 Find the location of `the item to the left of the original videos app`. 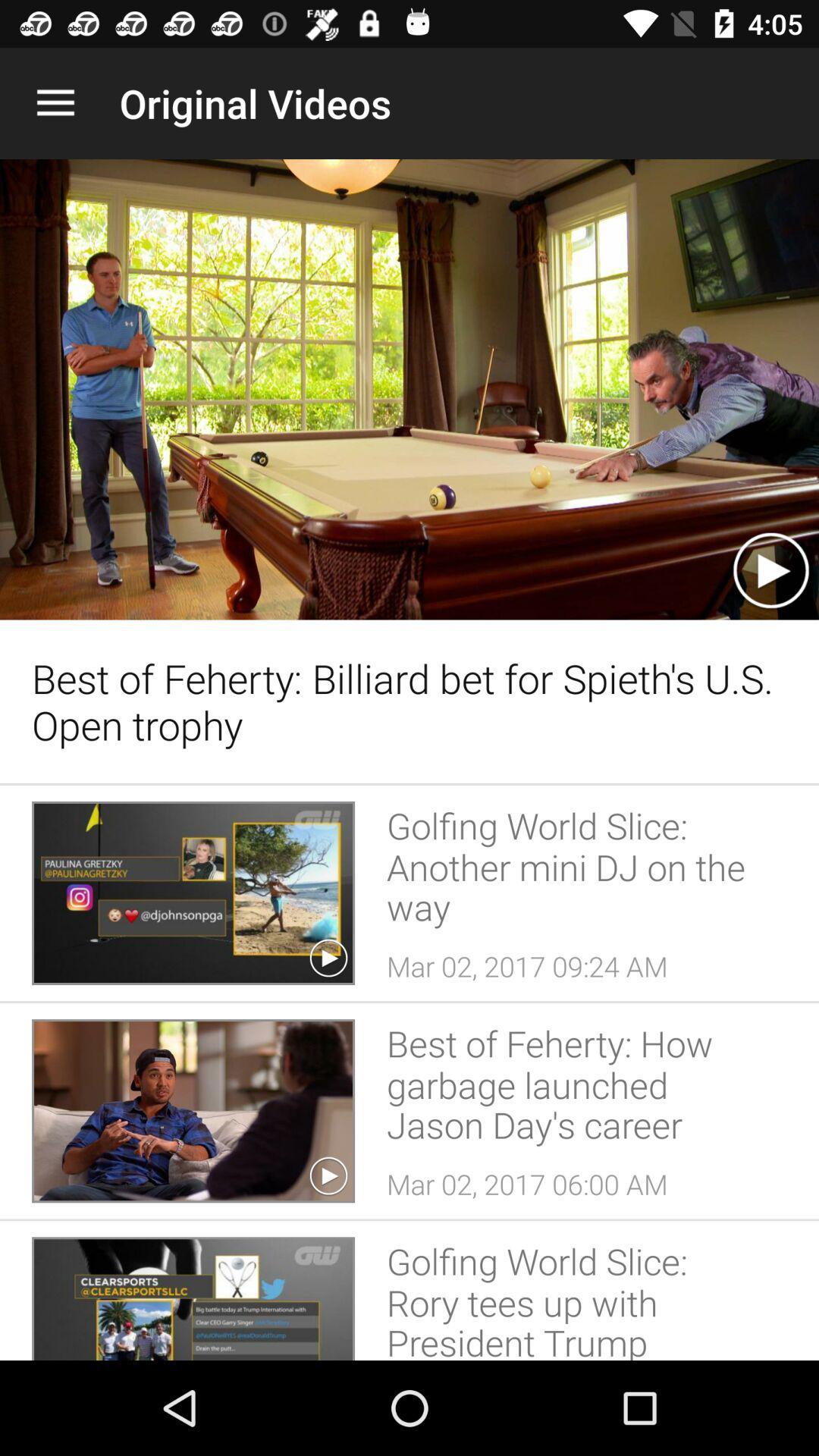

the item to the left of the original videos app is located at coordinates (55, 102).